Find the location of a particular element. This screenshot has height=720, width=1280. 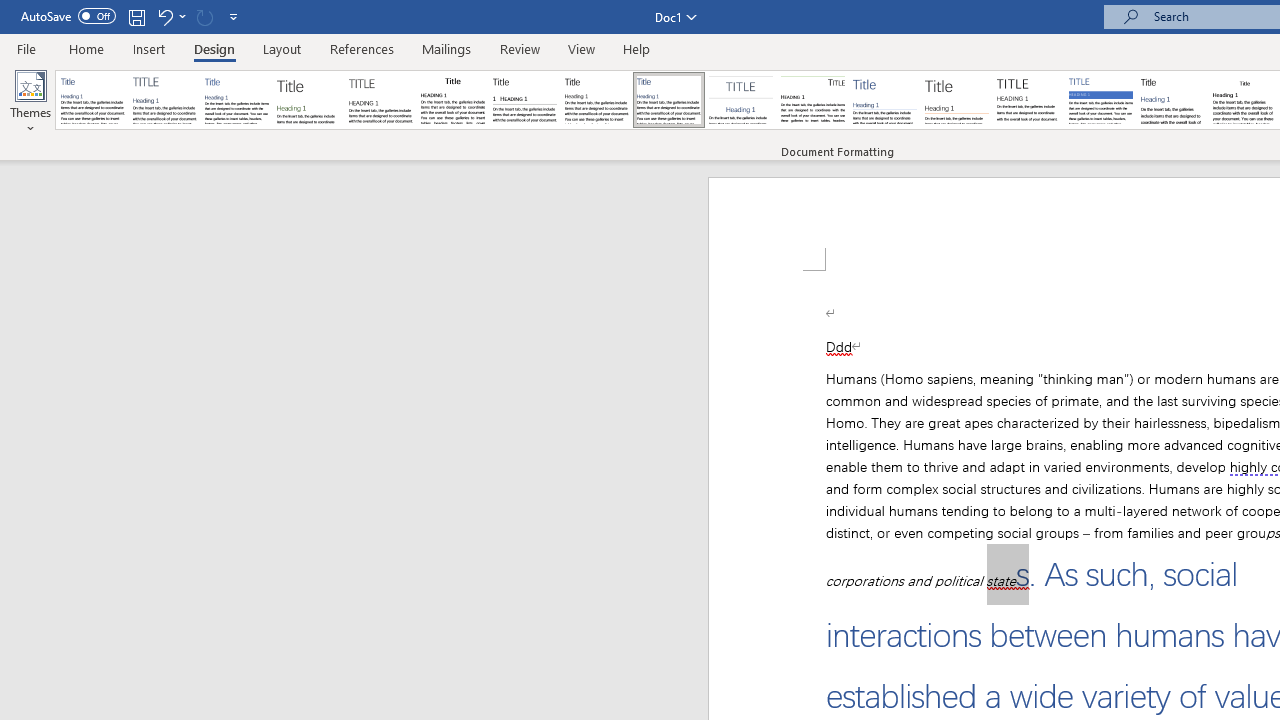

'Black & White (Capitalized)' is located at coordinates (381, 100).